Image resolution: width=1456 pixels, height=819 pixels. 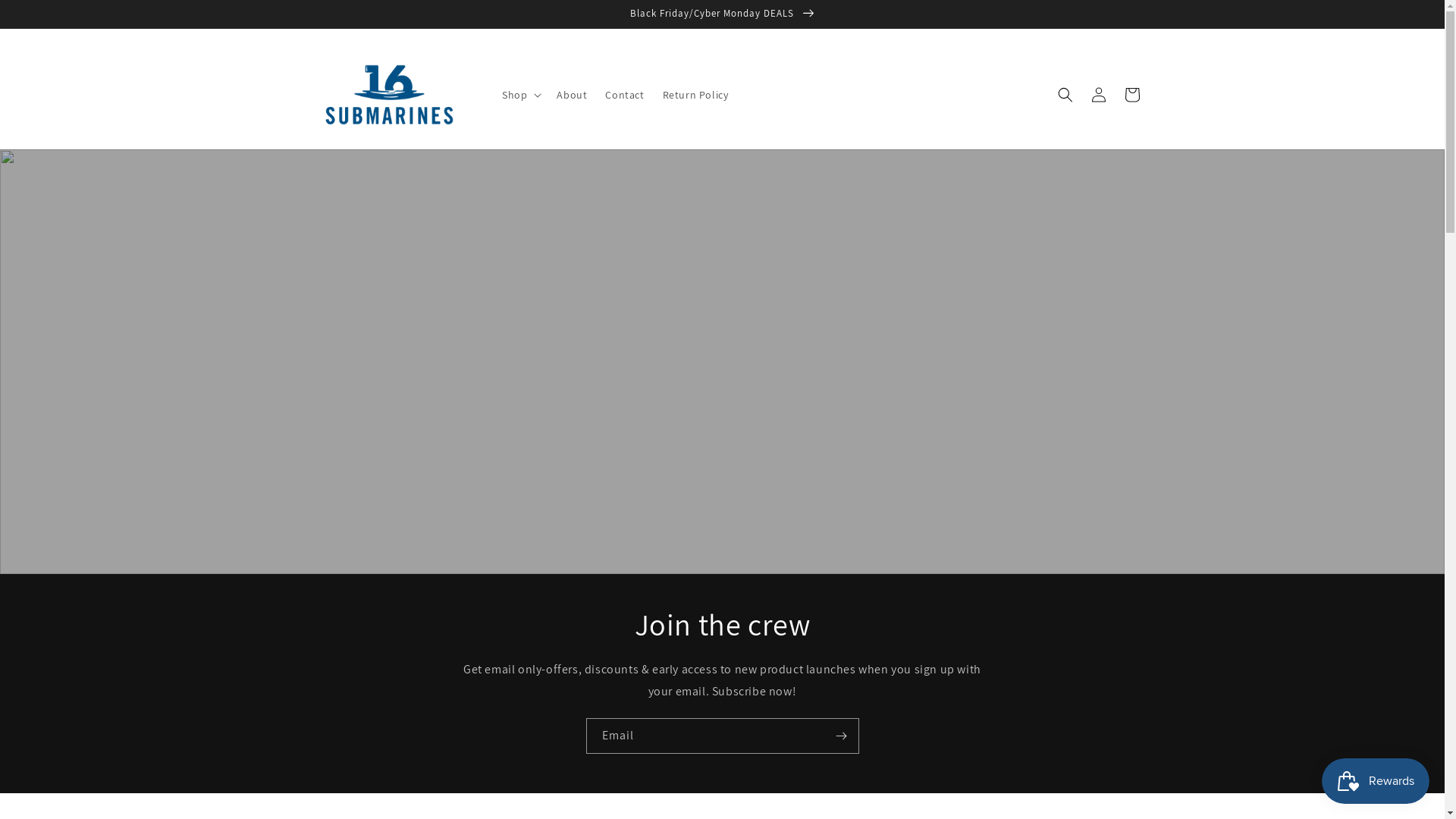 What do you see at coordinates (1131, 94) in the screenshot?
I see `'Cart'` at bounding box center [1131, 94].